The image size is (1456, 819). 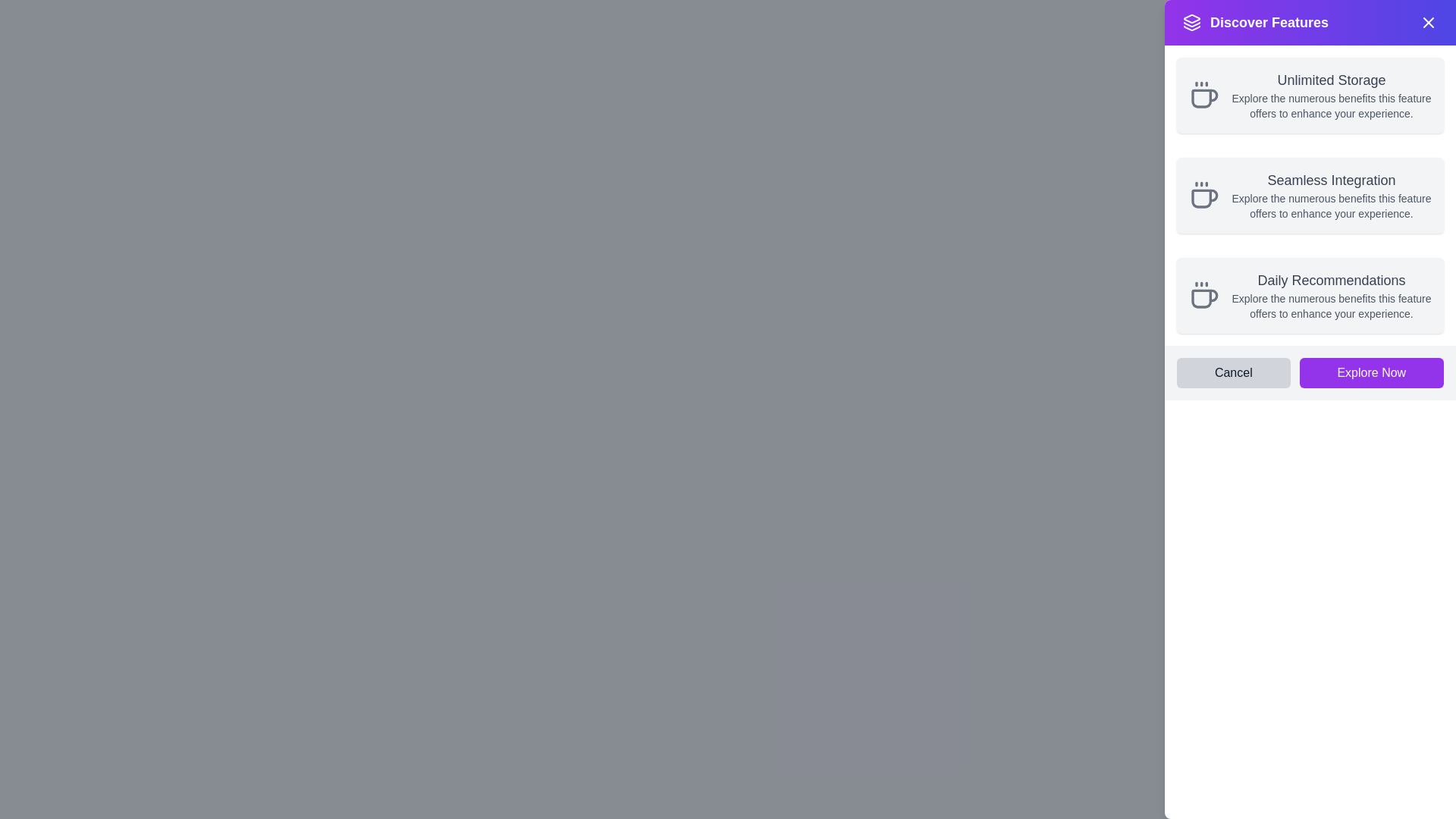 I want to click on the graphical vector shape representing the coffee cup icon within the 'Discover Features' section to trigger potential tooltips, so click(x=1203, y=299).